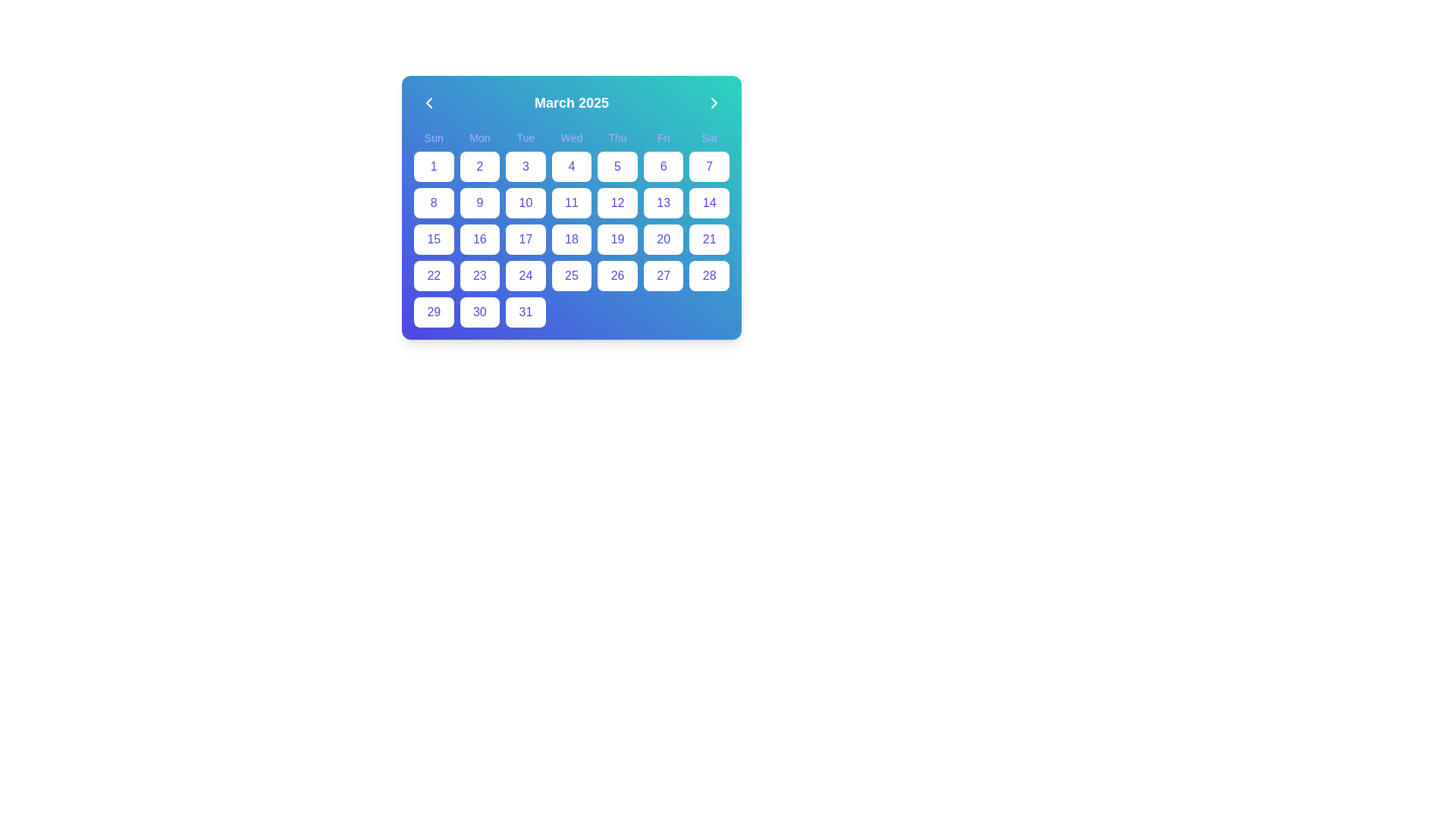 The height and width of the screenshot is (819, 1456). I want to click on the navigation button in the top-right corner of the calendar interface, so click(713, 102).